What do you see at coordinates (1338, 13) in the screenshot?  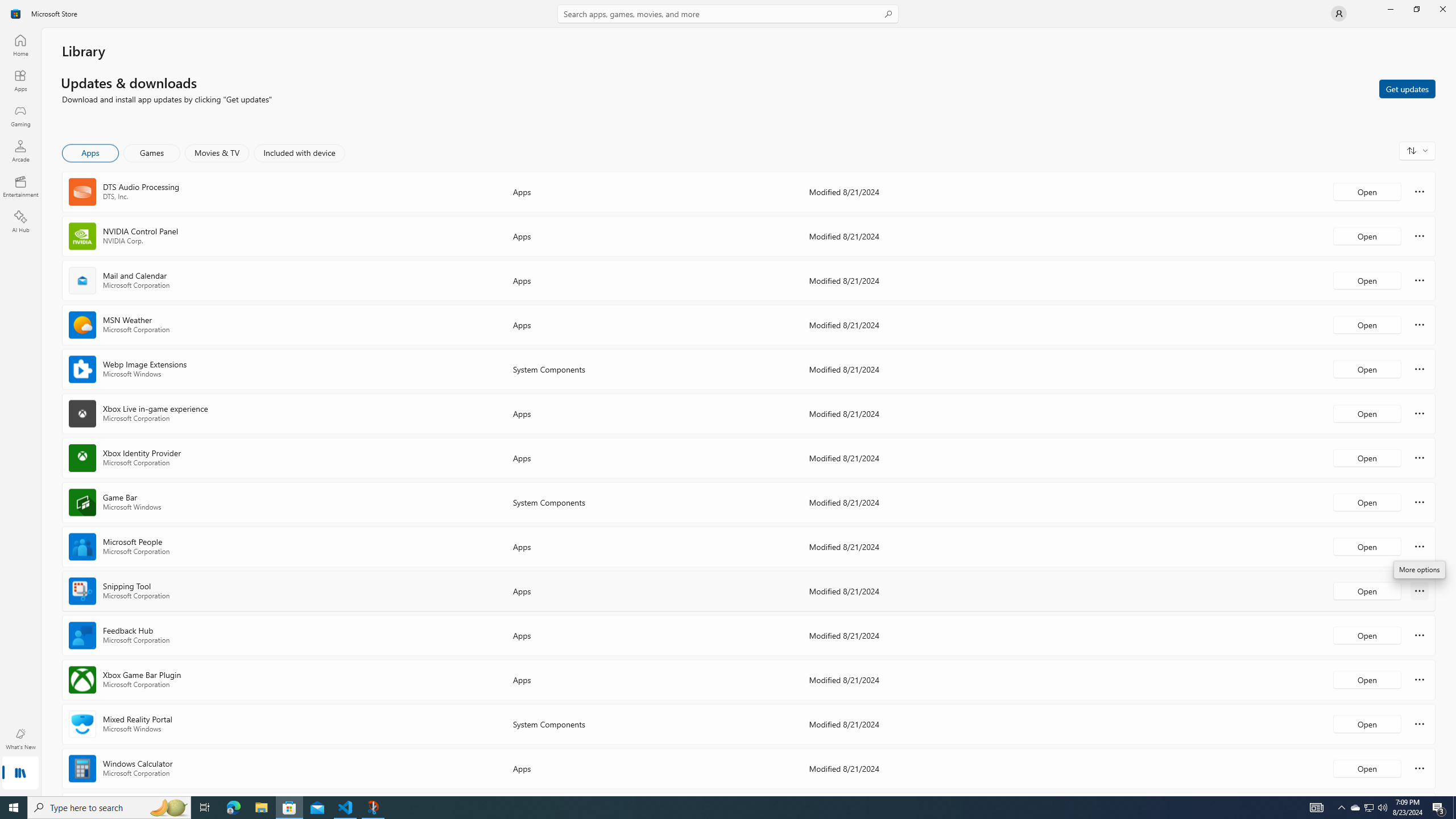 I see `'User profile'` at bounding box center [1338, 13].